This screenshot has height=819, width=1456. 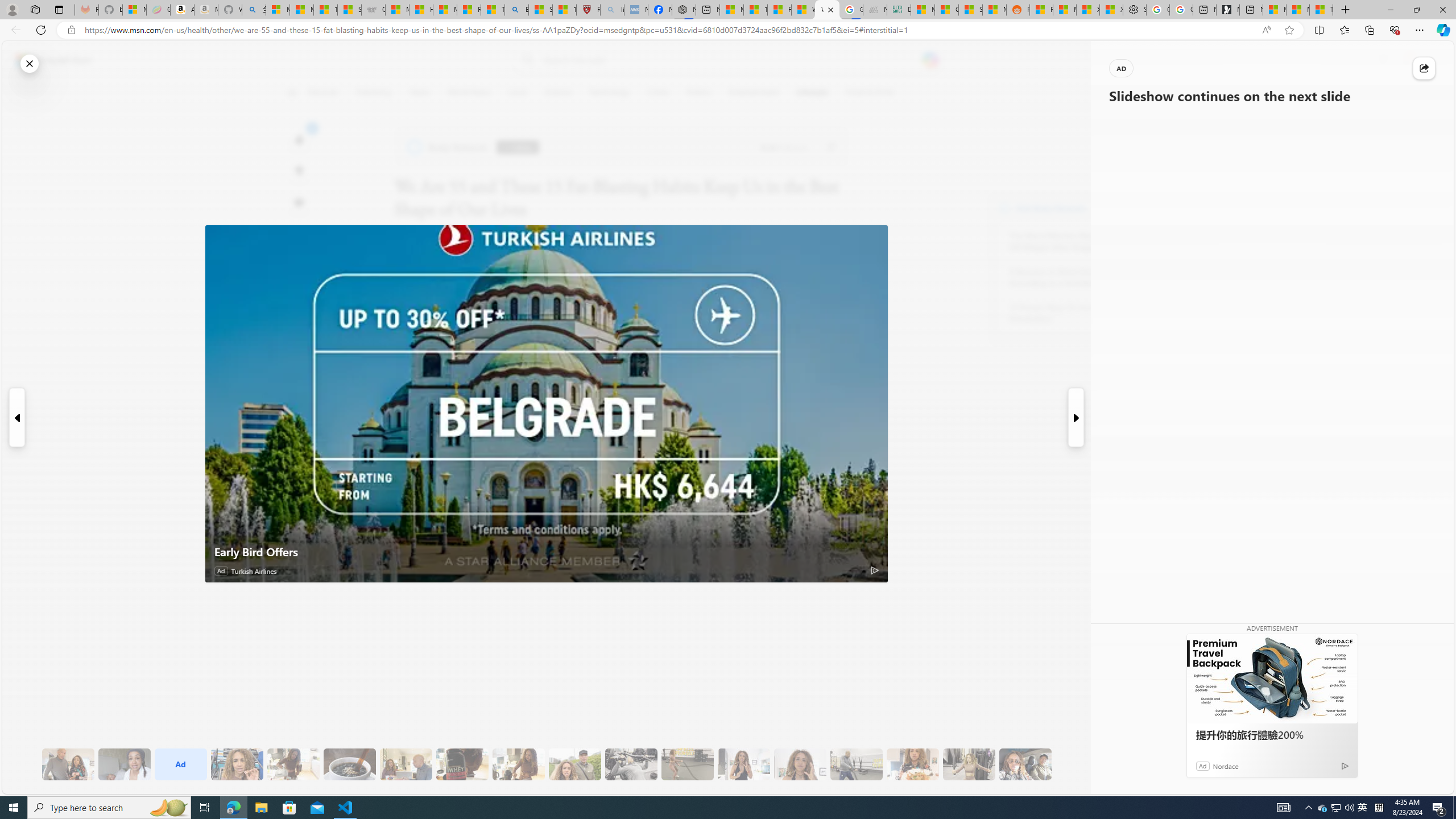 What do you see at coordinates (123, 764) in the screenshot?
I see `'1 We Eat a Protein-Packed Pre-Workout Snack'` at bounding box center [123, 764].